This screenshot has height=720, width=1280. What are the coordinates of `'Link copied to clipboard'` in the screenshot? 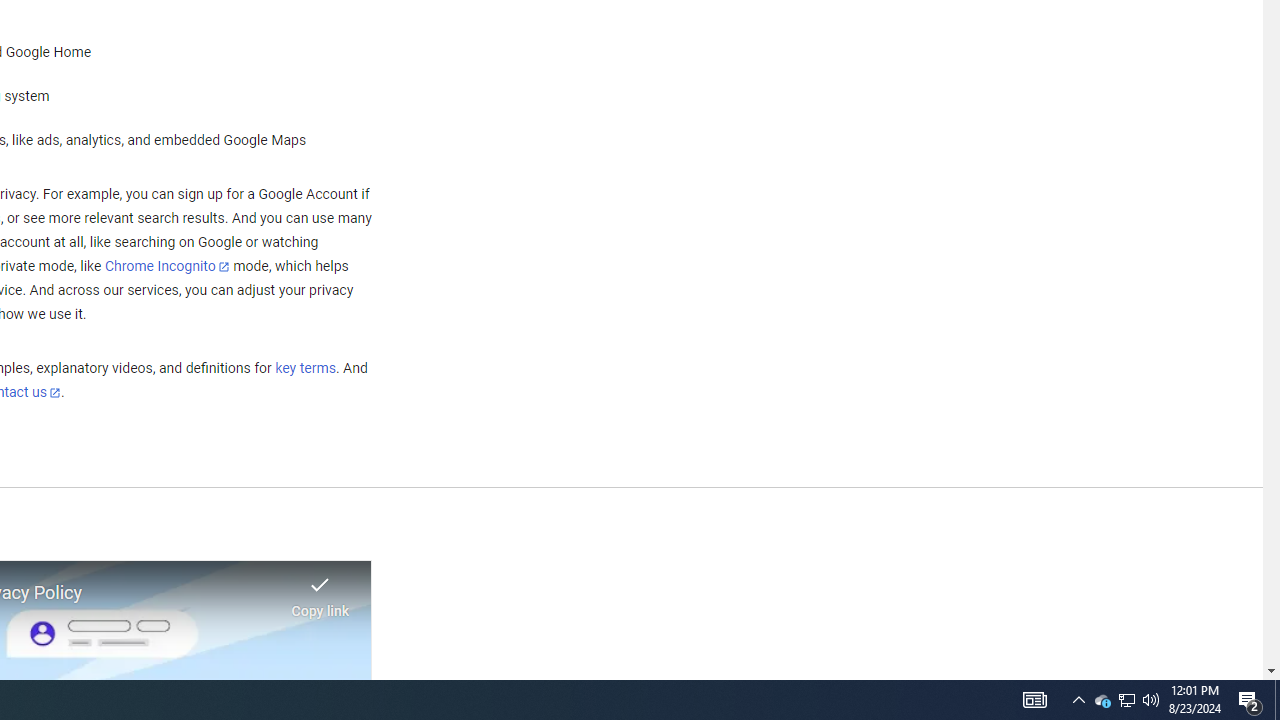 It's located at (320, 590).